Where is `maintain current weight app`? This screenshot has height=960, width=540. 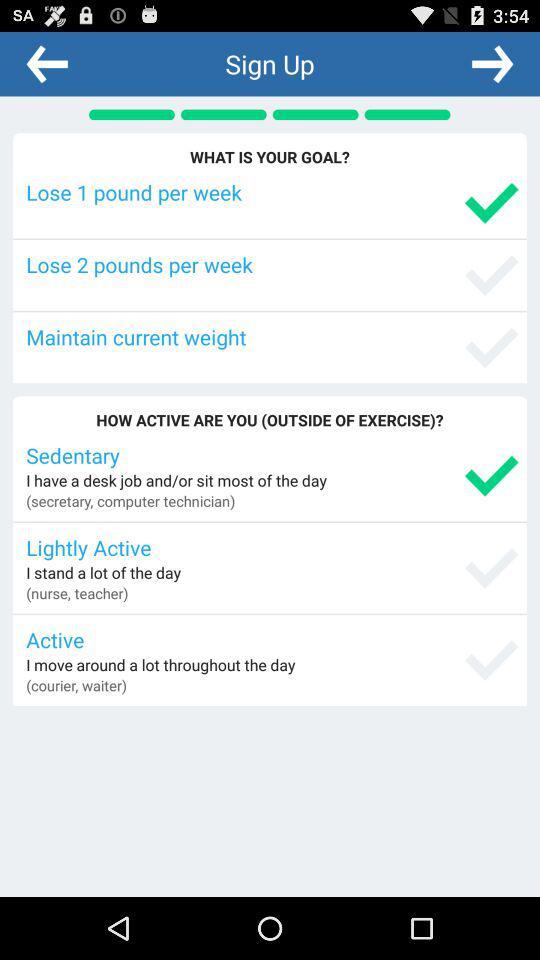
maintain current weight app is located at coordinates (271, 336).